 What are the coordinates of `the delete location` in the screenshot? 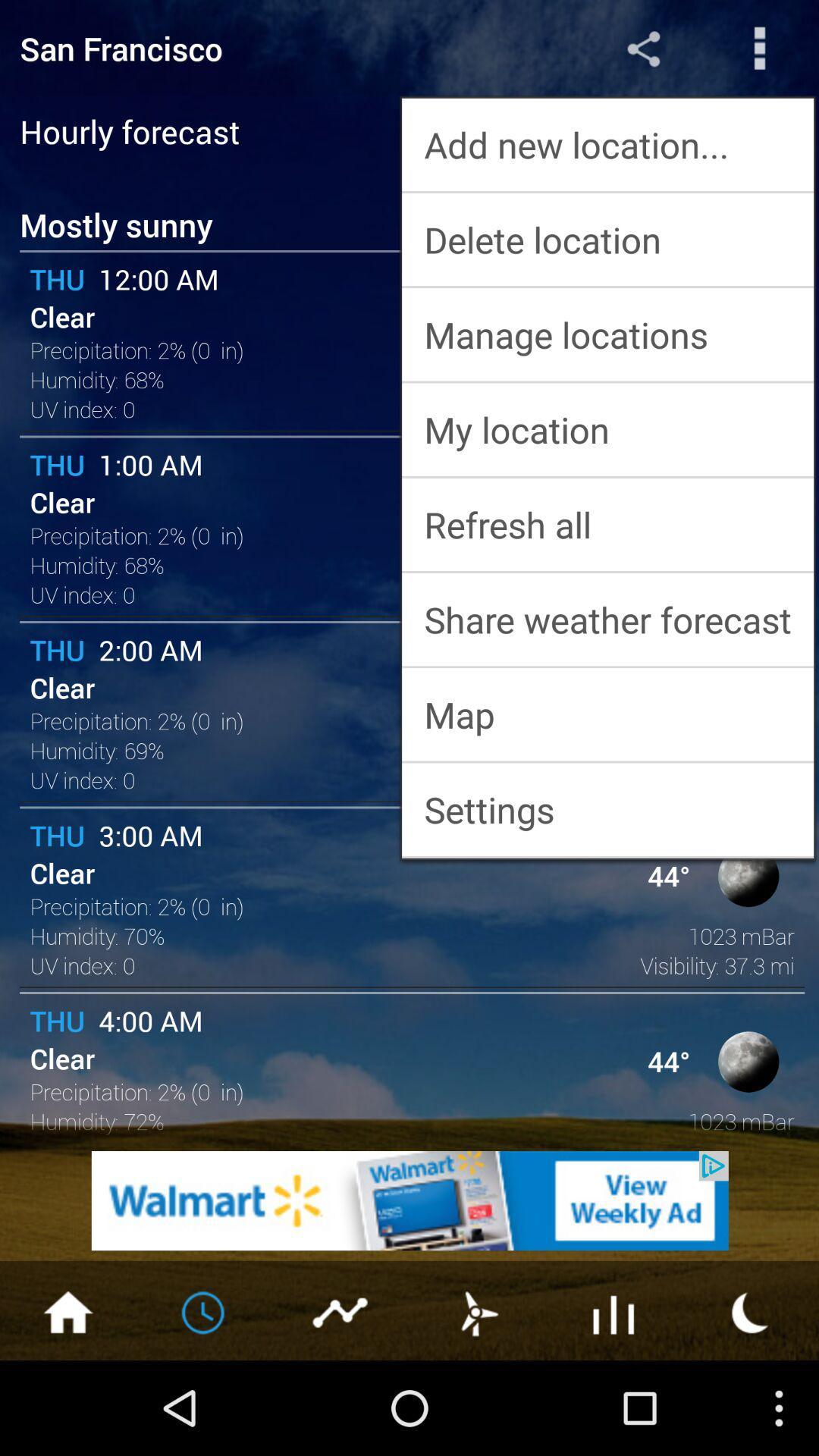 It's located at (607, 239).